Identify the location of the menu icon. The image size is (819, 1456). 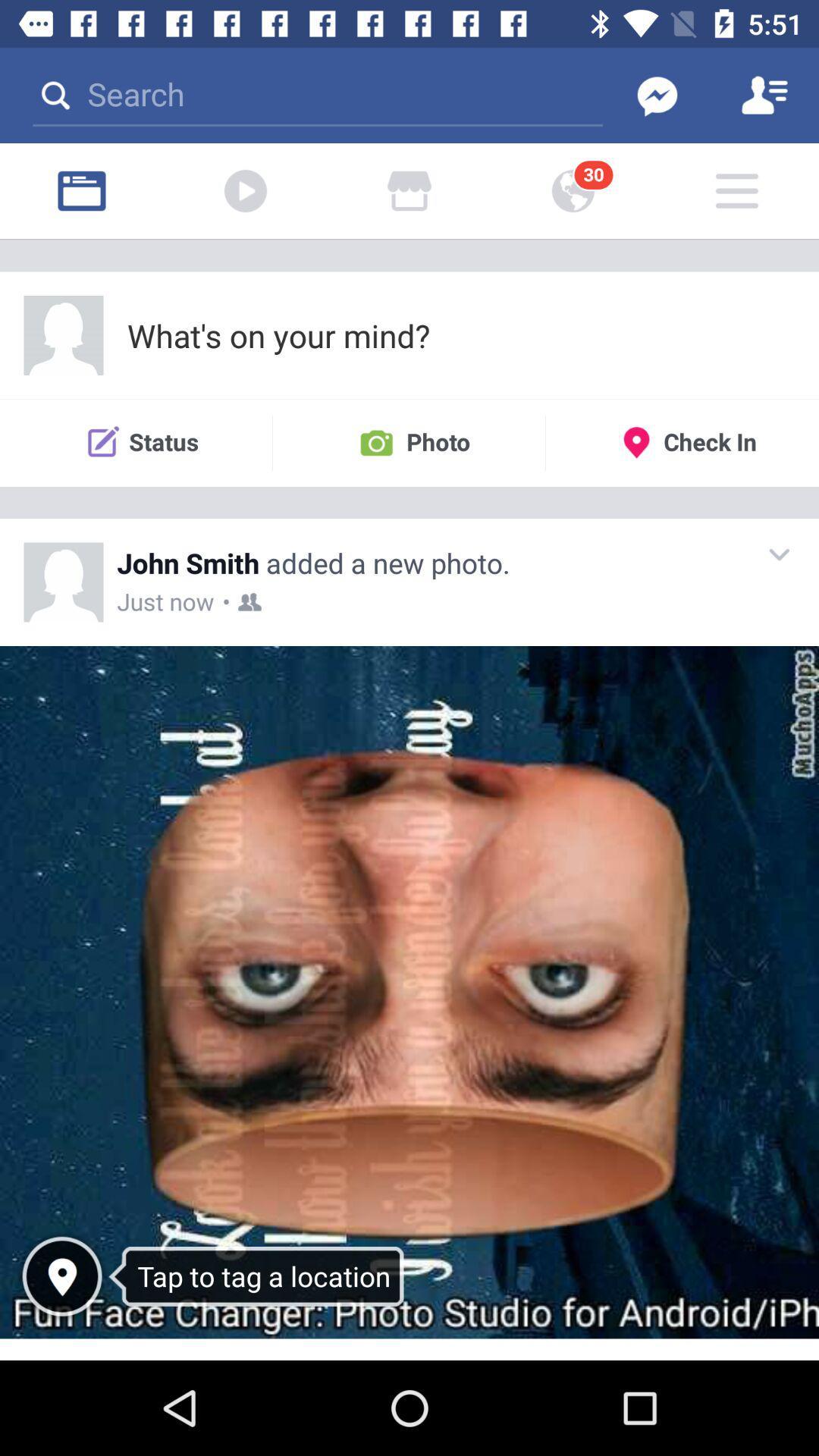
(736, 190).